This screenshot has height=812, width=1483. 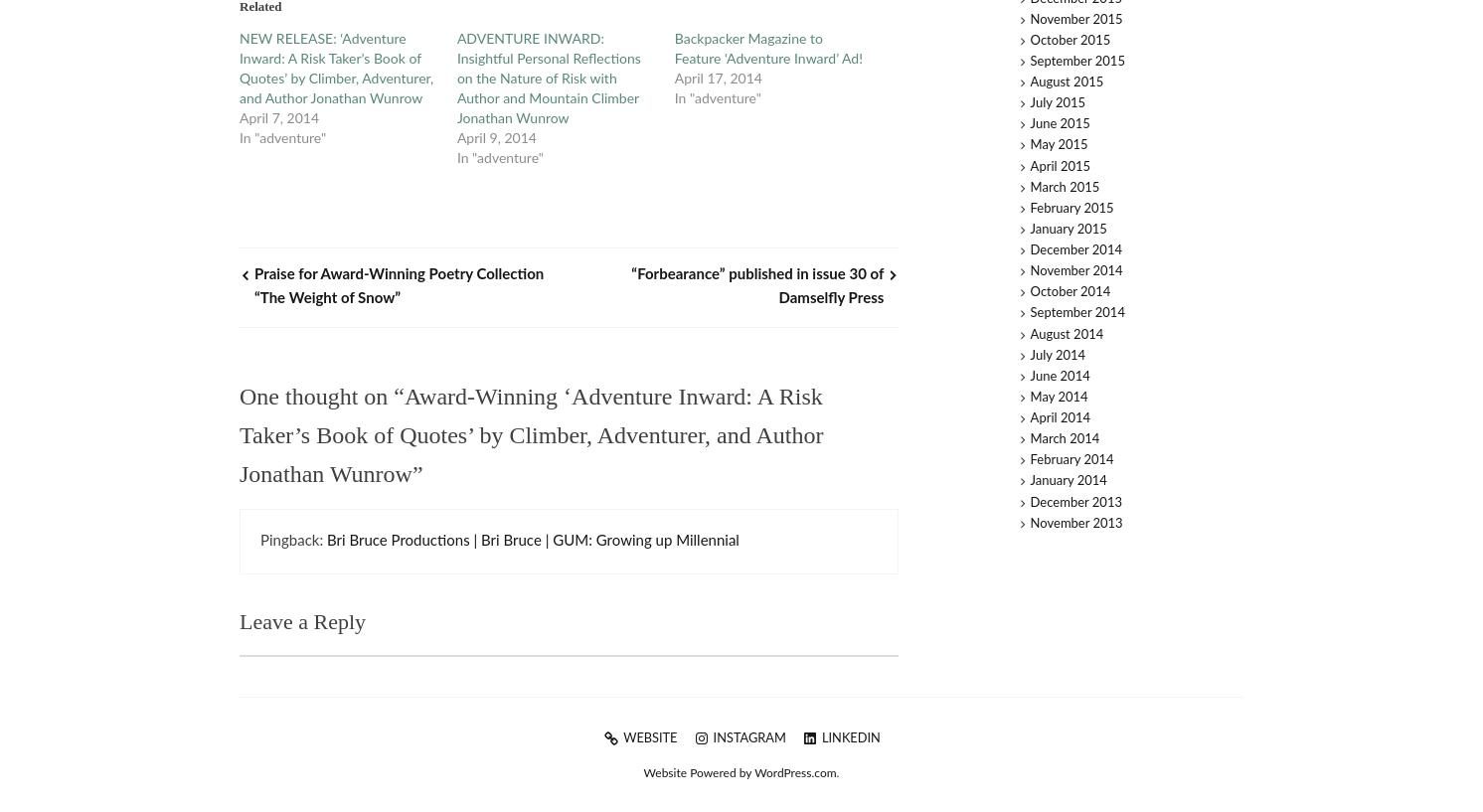 What do you see at coordinates (1075, 18) in the screenshot?
I see `'November 2015'` at bounding box center [1075, 18].